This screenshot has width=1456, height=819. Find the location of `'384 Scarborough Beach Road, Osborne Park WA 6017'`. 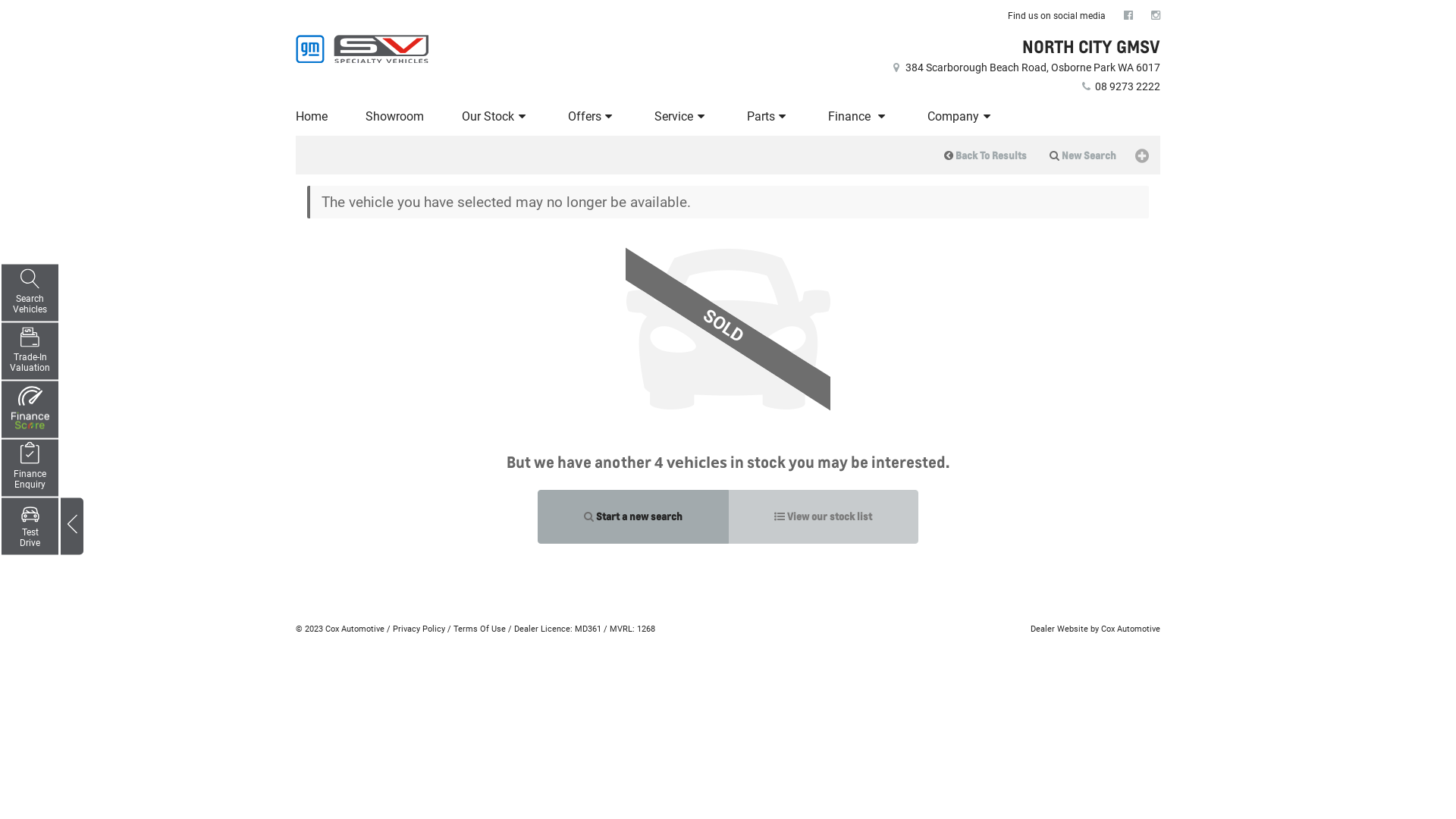

'384 Scarborough Beach Road, Osborne Park WA 6017' is located at coordinates (1025, 66).